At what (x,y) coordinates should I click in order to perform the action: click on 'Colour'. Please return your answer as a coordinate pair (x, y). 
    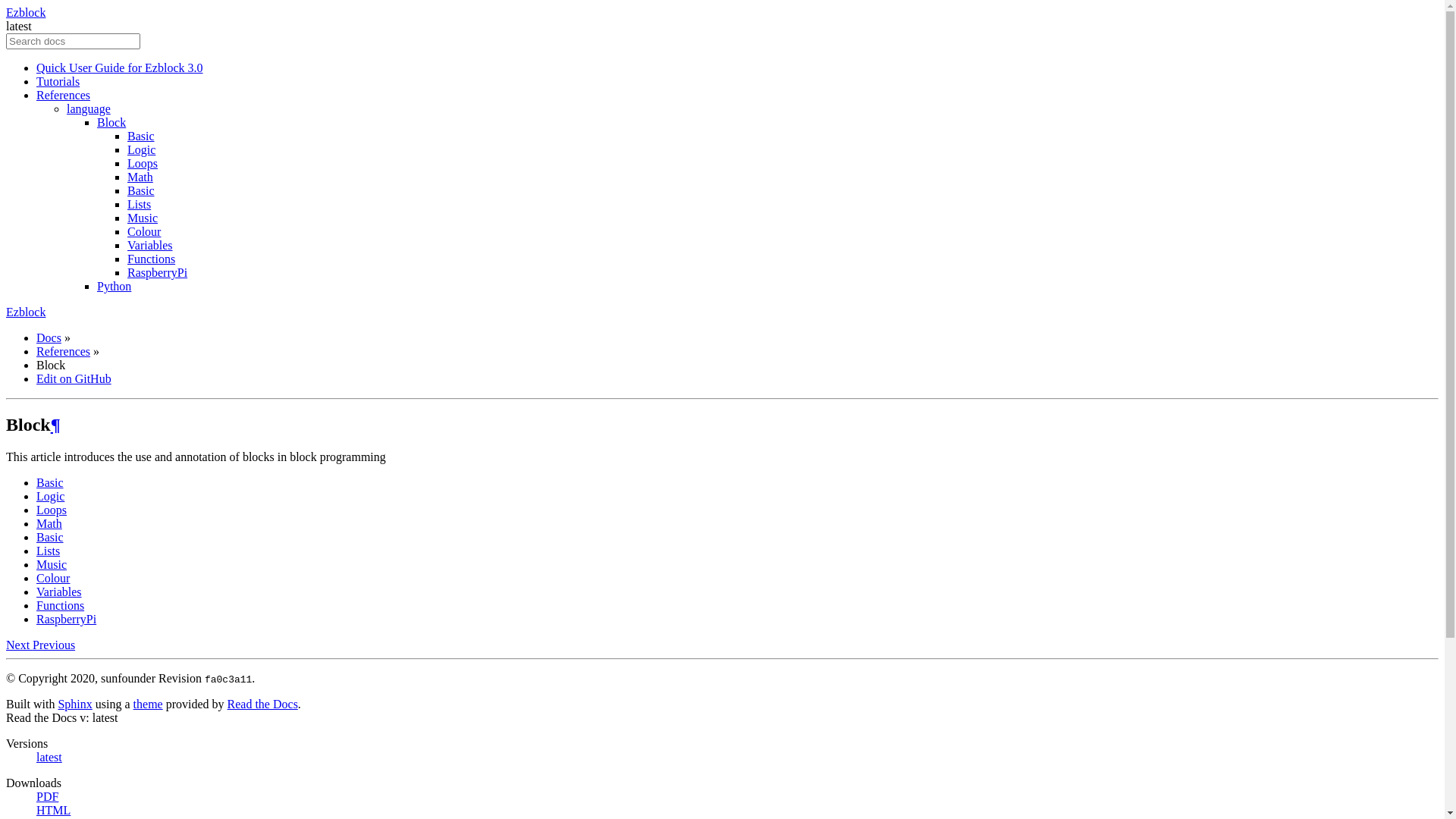
    Looking at the image, I should click on (144, 231).